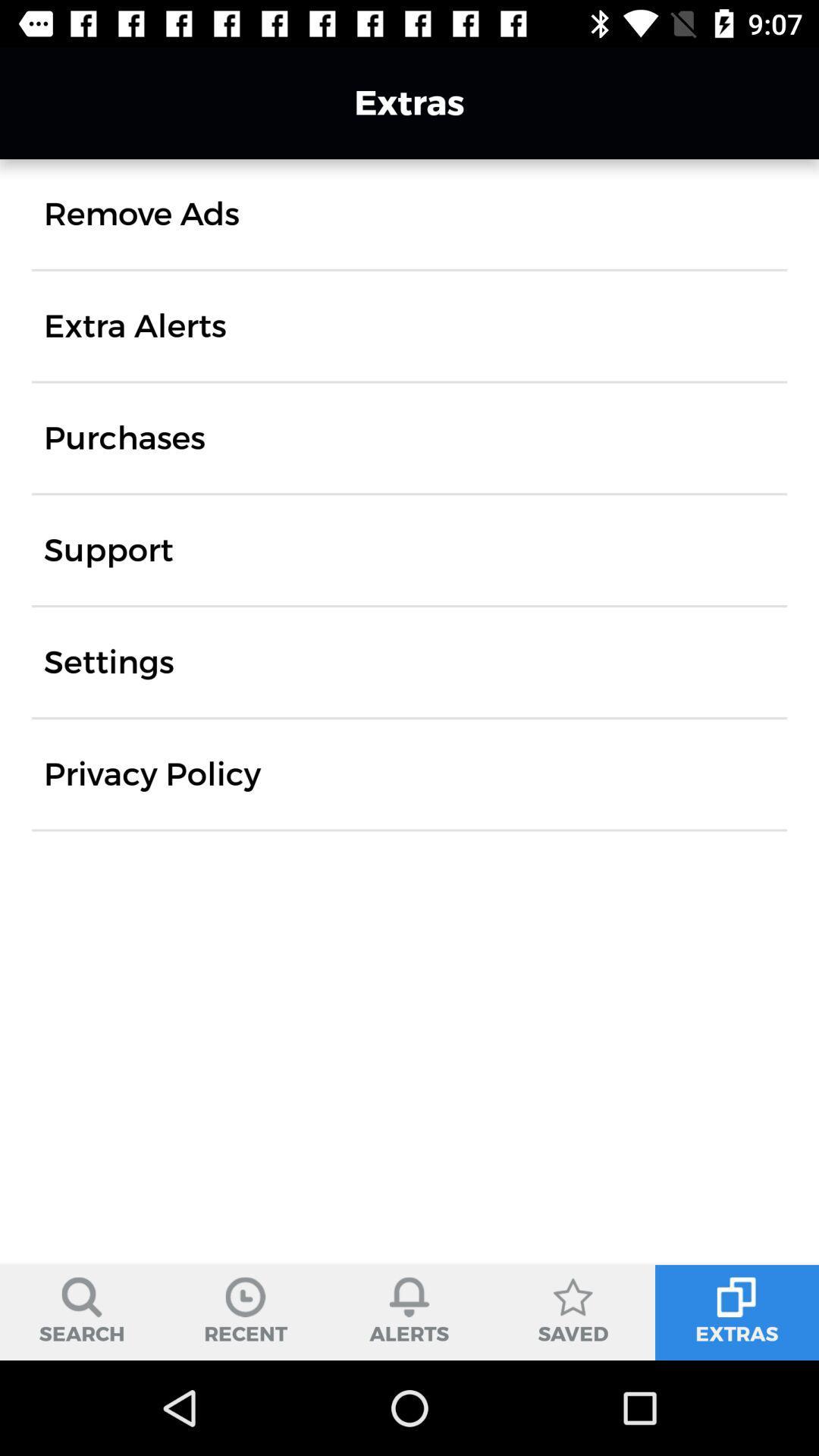  I want to click on privacy policy item, so click(152, 774).